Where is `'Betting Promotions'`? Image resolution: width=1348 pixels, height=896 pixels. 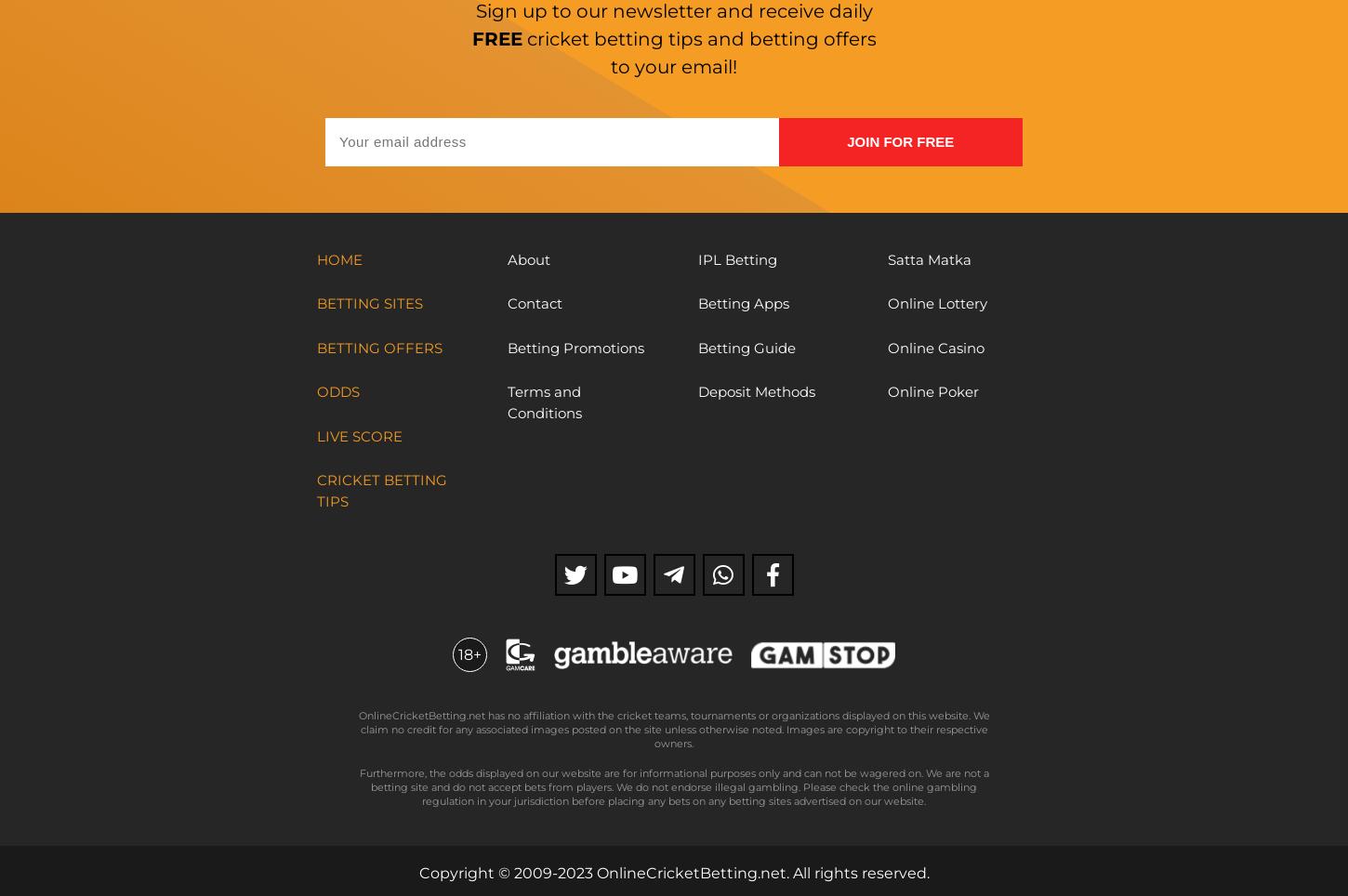
'Betting Promotions' is located at coordinates (507, 347).